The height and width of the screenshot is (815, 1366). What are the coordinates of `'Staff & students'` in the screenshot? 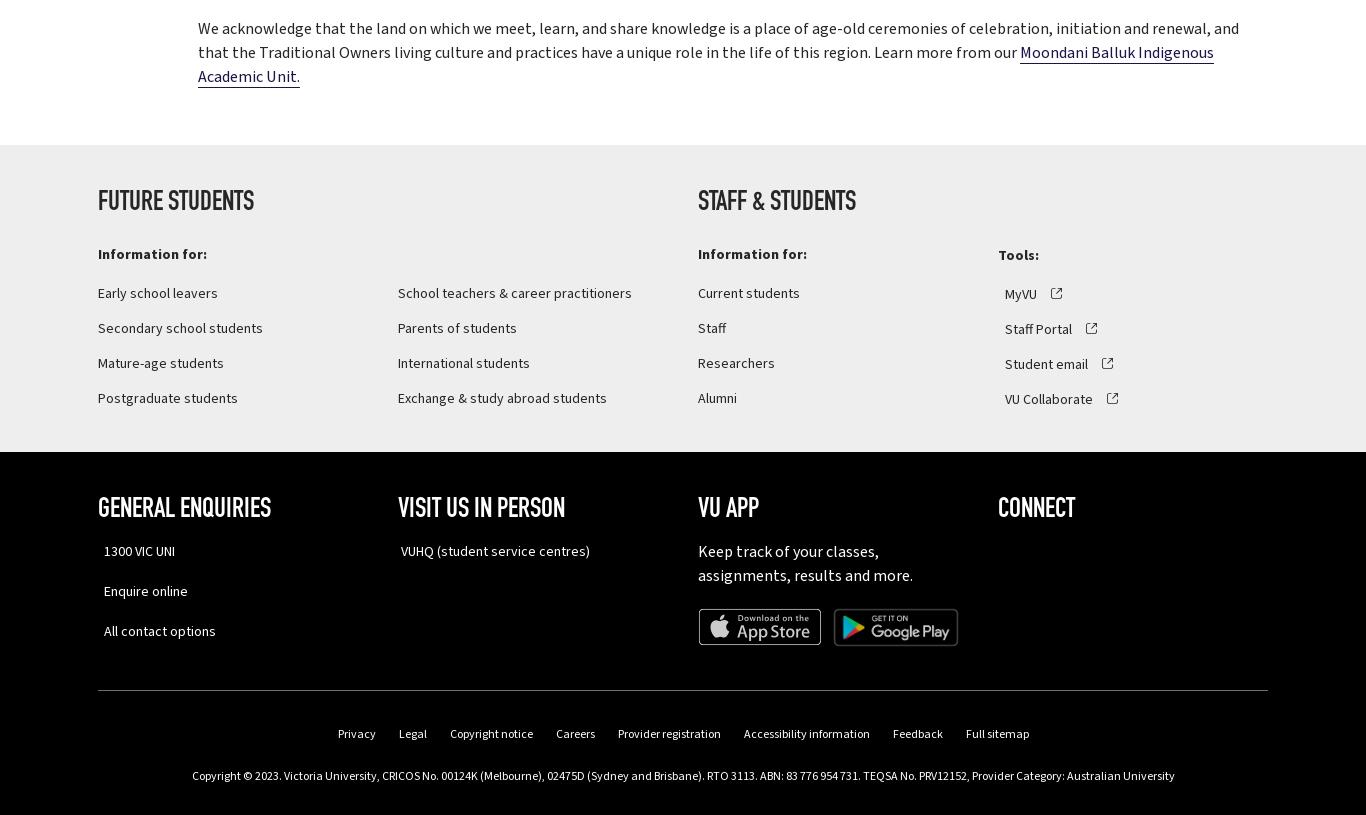 It's located at (776, 203).